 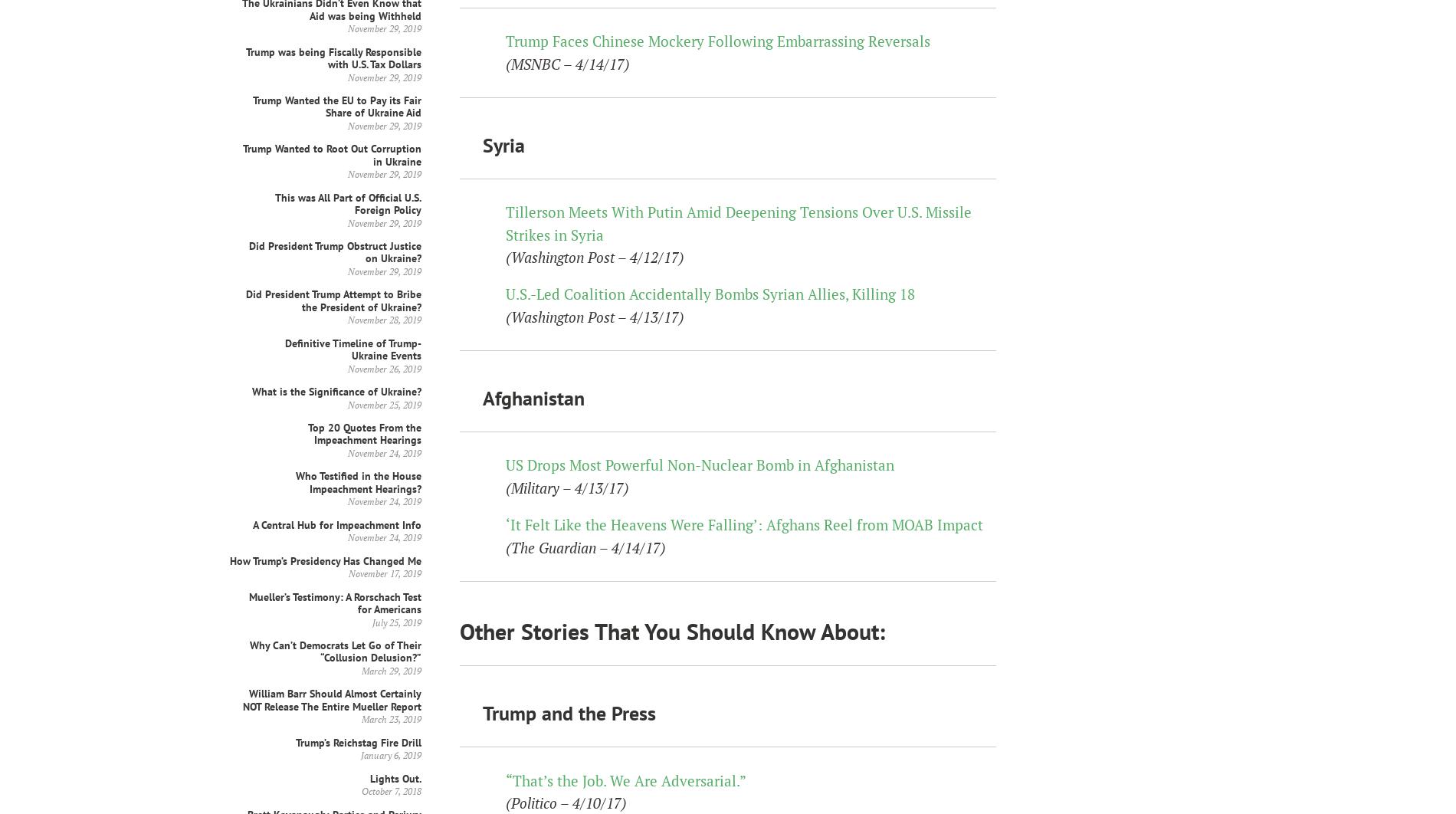 What do you see at coordinates (248, 602) in the screenshot?
I see `'Mueller’s Testimony: A Rorschach Test for Americans'` at bounding box center [248, 602].